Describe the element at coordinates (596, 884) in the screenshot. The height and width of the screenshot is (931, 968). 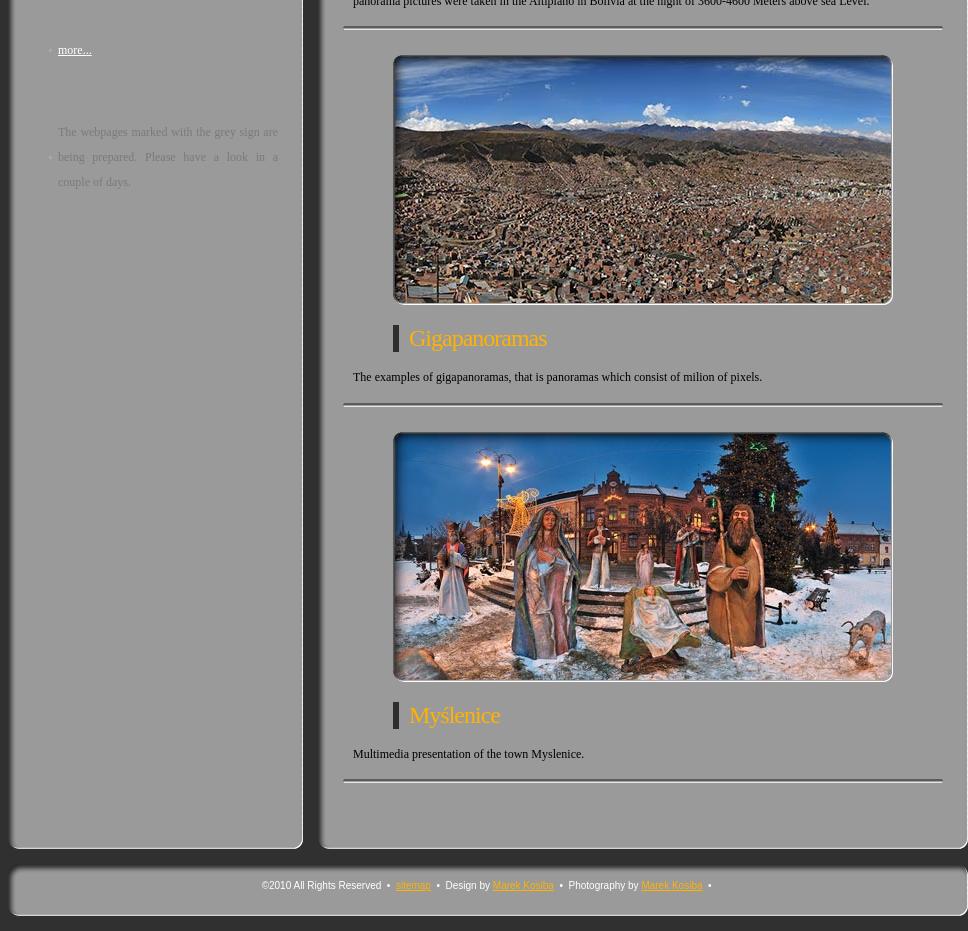
I see `'• 
		 Photography by'` at that location.